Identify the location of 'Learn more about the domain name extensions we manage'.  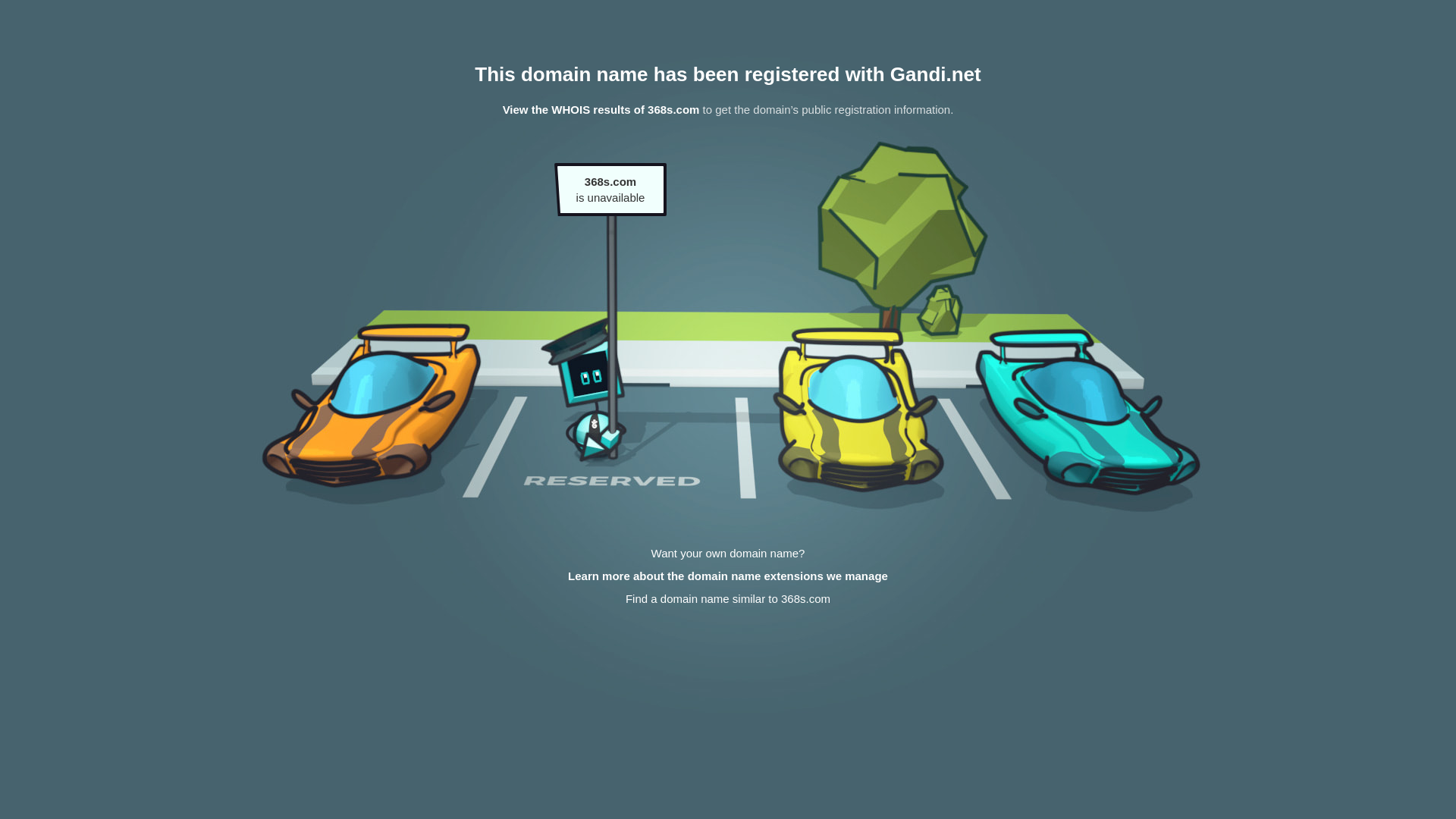
(728, 576).